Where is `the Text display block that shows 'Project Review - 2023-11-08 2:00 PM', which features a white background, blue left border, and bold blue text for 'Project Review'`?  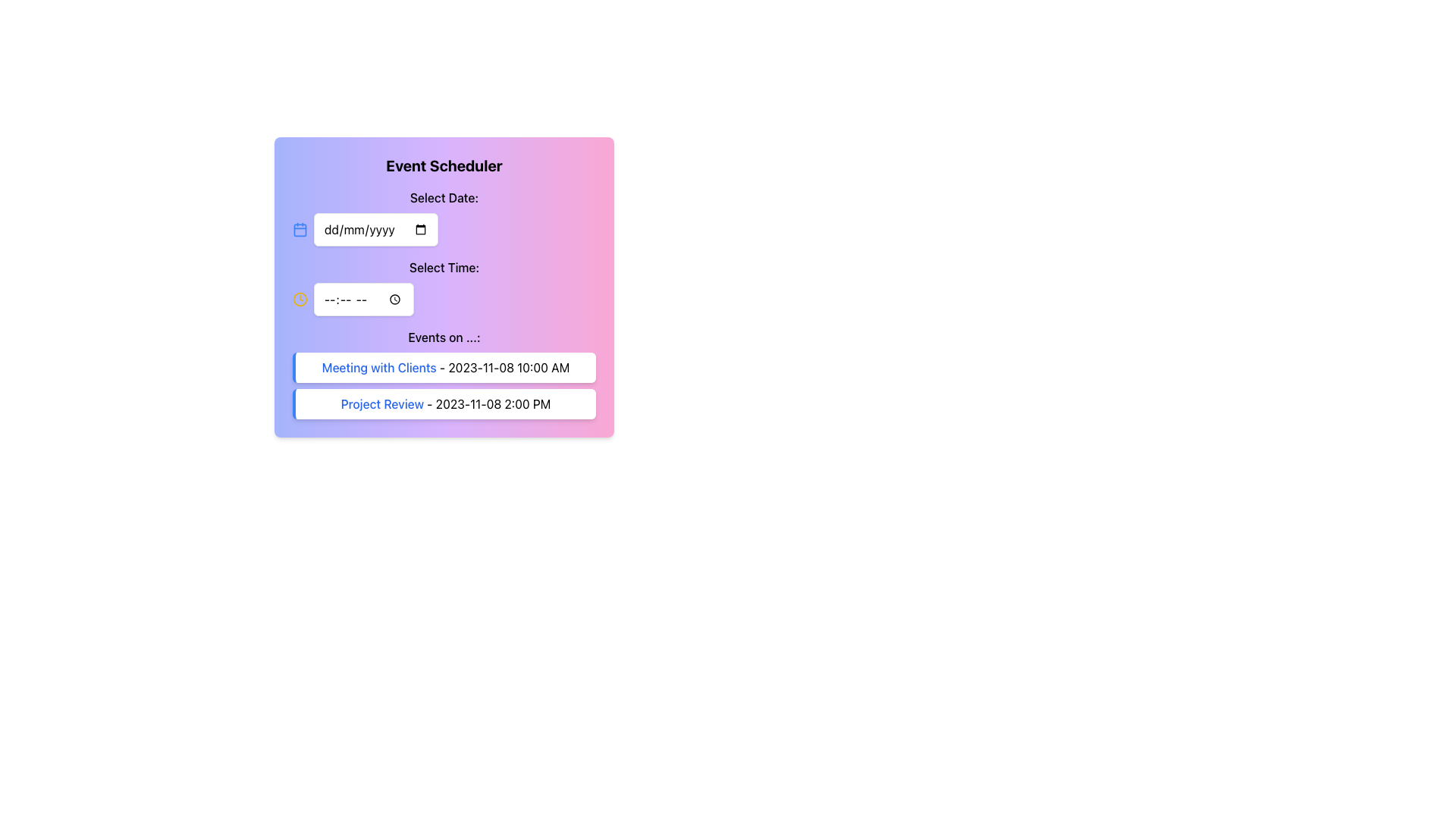
the Text display block that shows 'Project Review - 2023-11-08 2:00 PM', which features a white background, blue left border, and bold blue text for 'Project Review' is located at coordinates (443, 403).